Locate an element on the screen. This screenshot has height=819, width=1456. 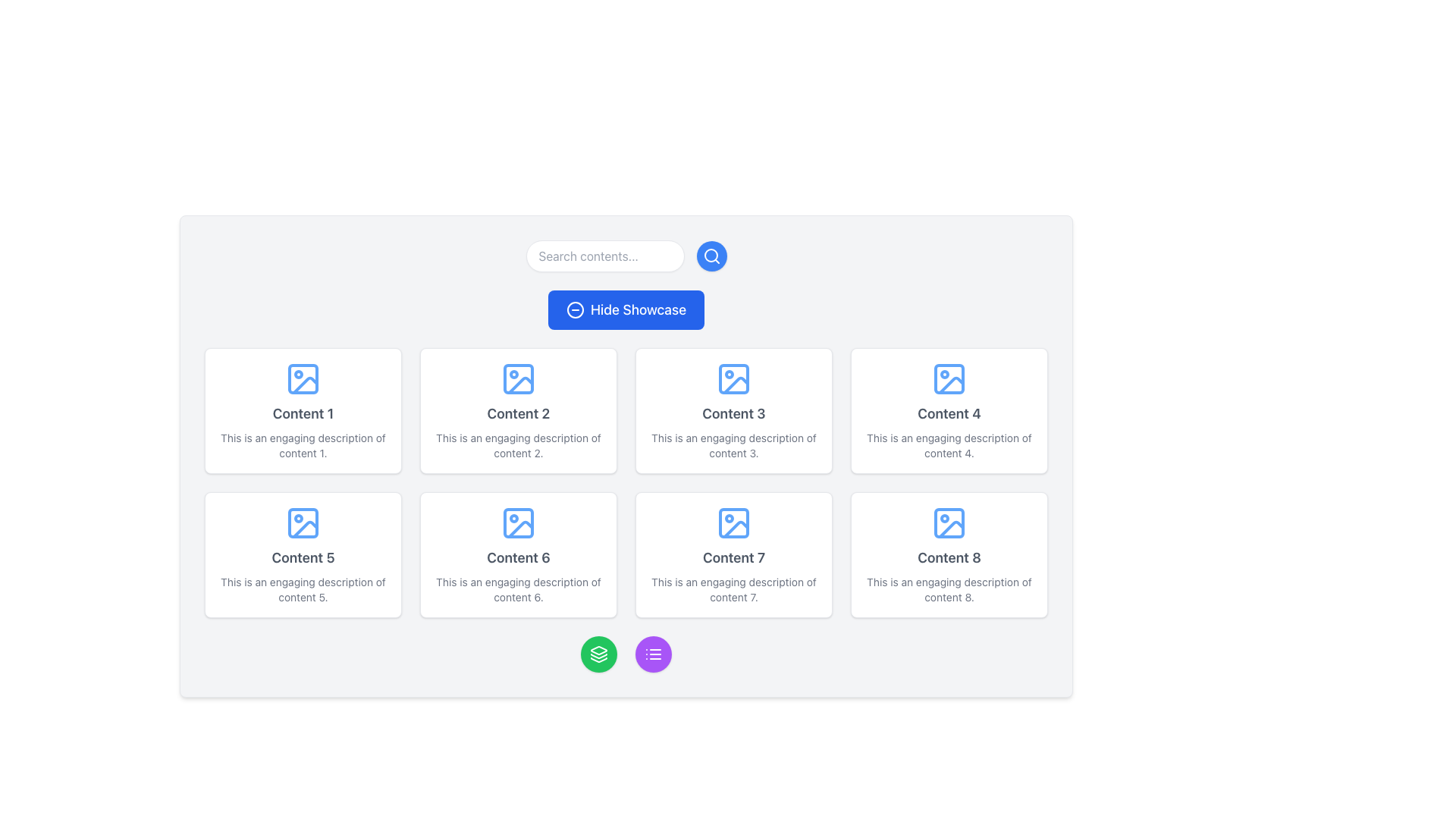
the icon button for layers located at the bottom center of the interface, to the left of a circular purple icon is located at coordinates (598, 654).